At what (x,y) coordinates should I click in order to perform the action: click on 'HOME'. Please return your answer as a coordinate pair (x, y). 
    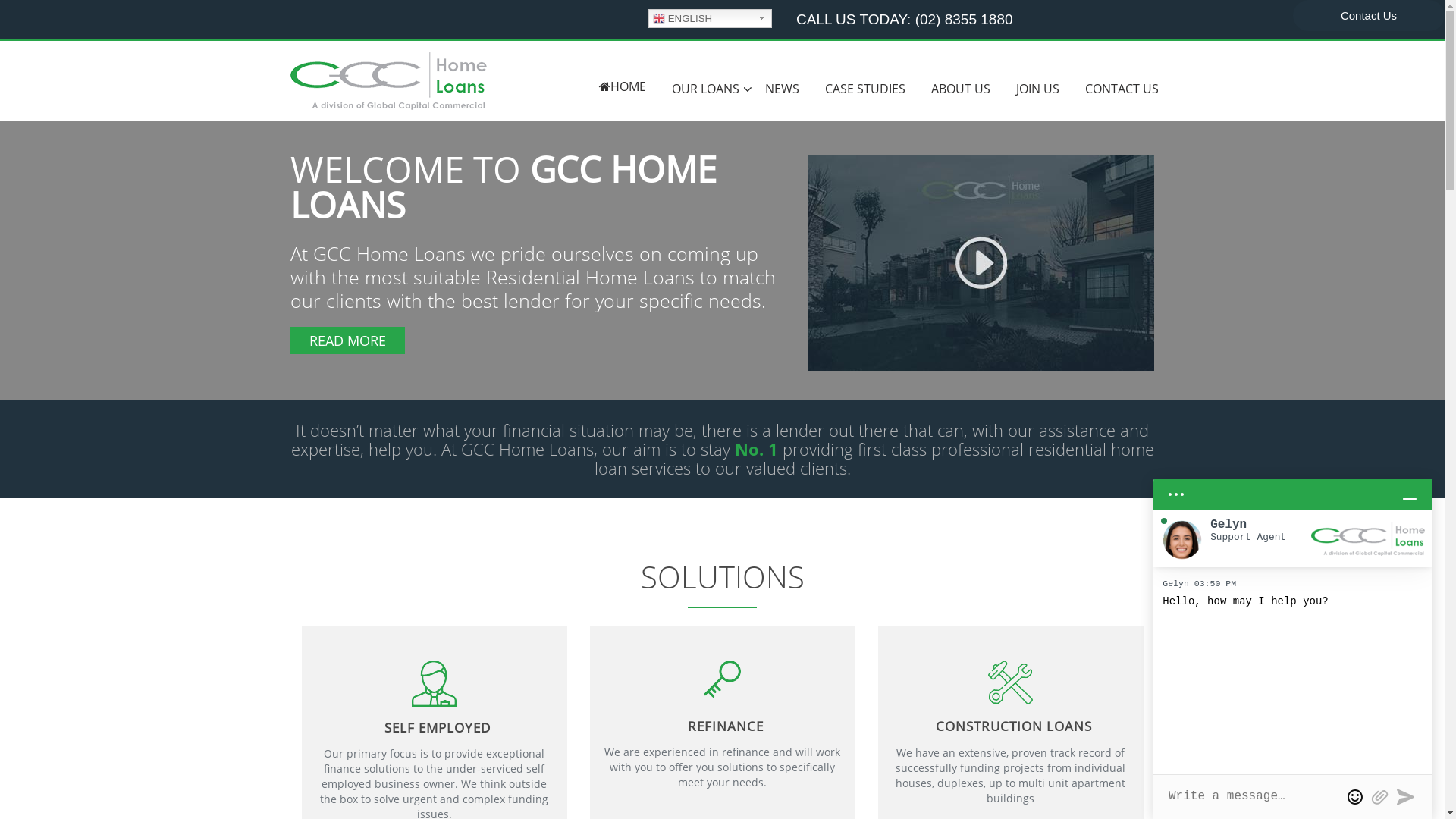
    Looking at the image, I should click on (622, 86).